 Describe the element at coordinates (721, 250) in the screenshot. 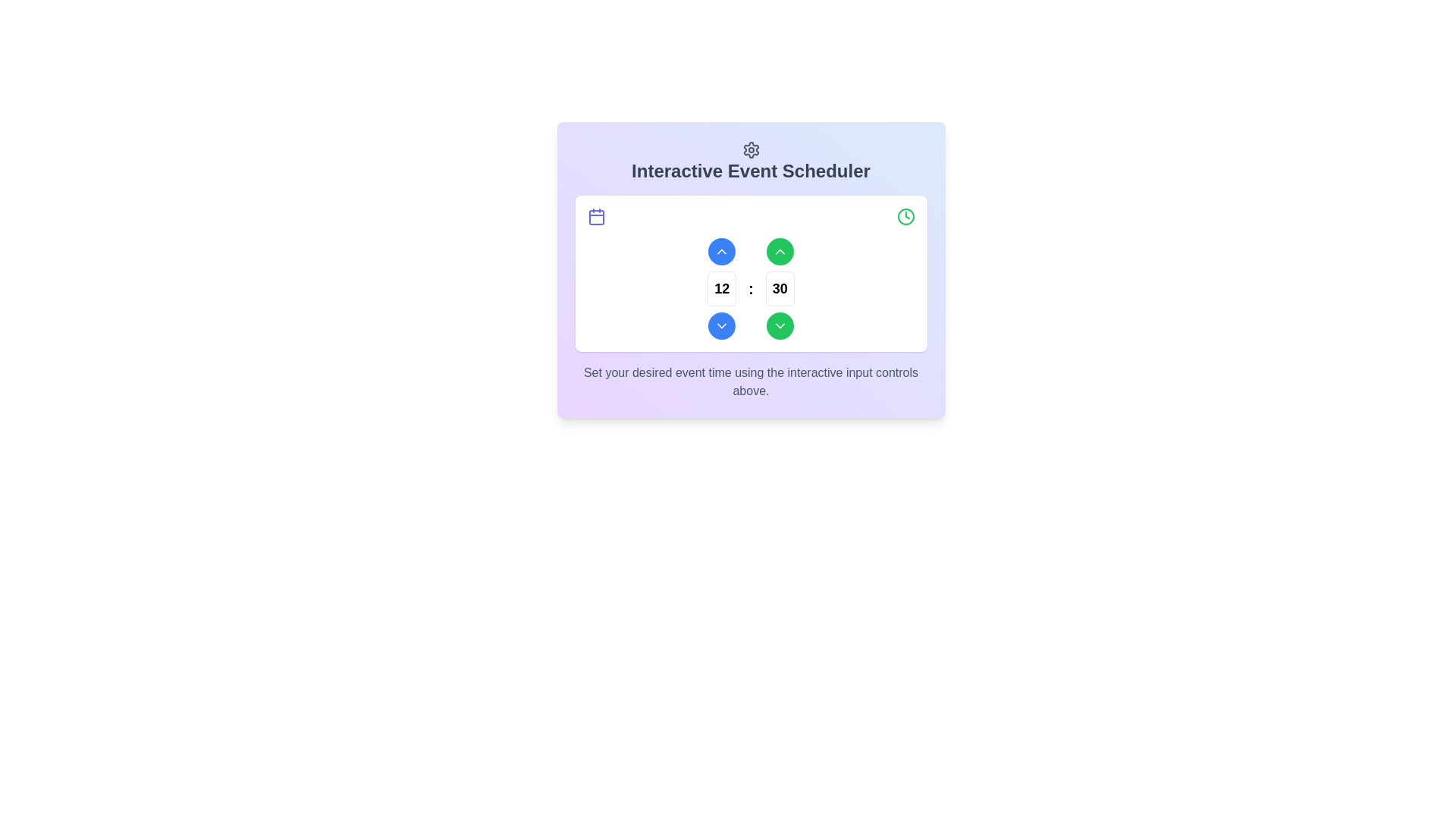

I see `the clickable chevron button that increments the time value in the hour input field for visual feedback` at that location.